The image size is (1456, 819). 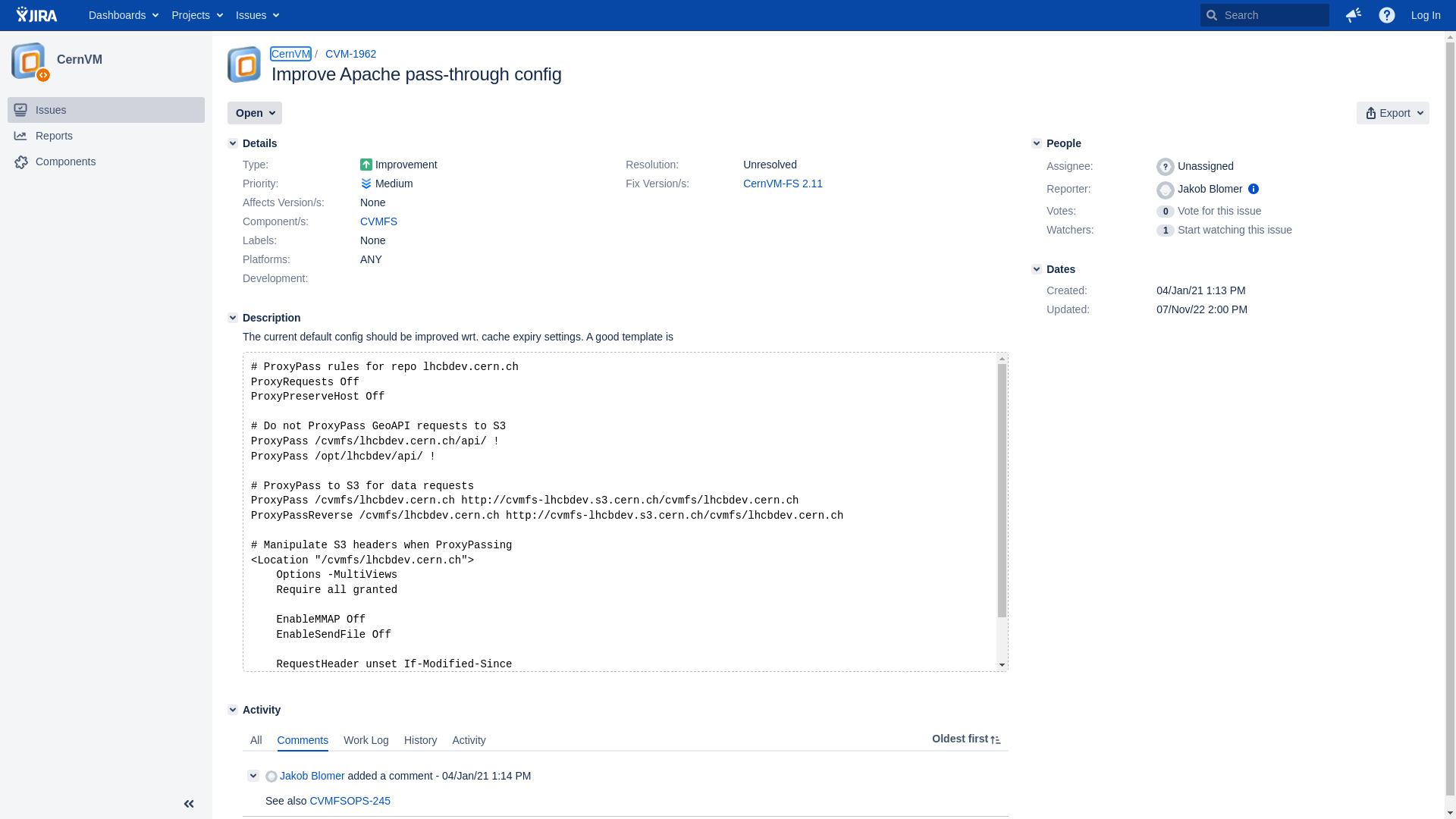 I want to click on 'Give feedback to Atlassian', so click(x=1354, y=14).